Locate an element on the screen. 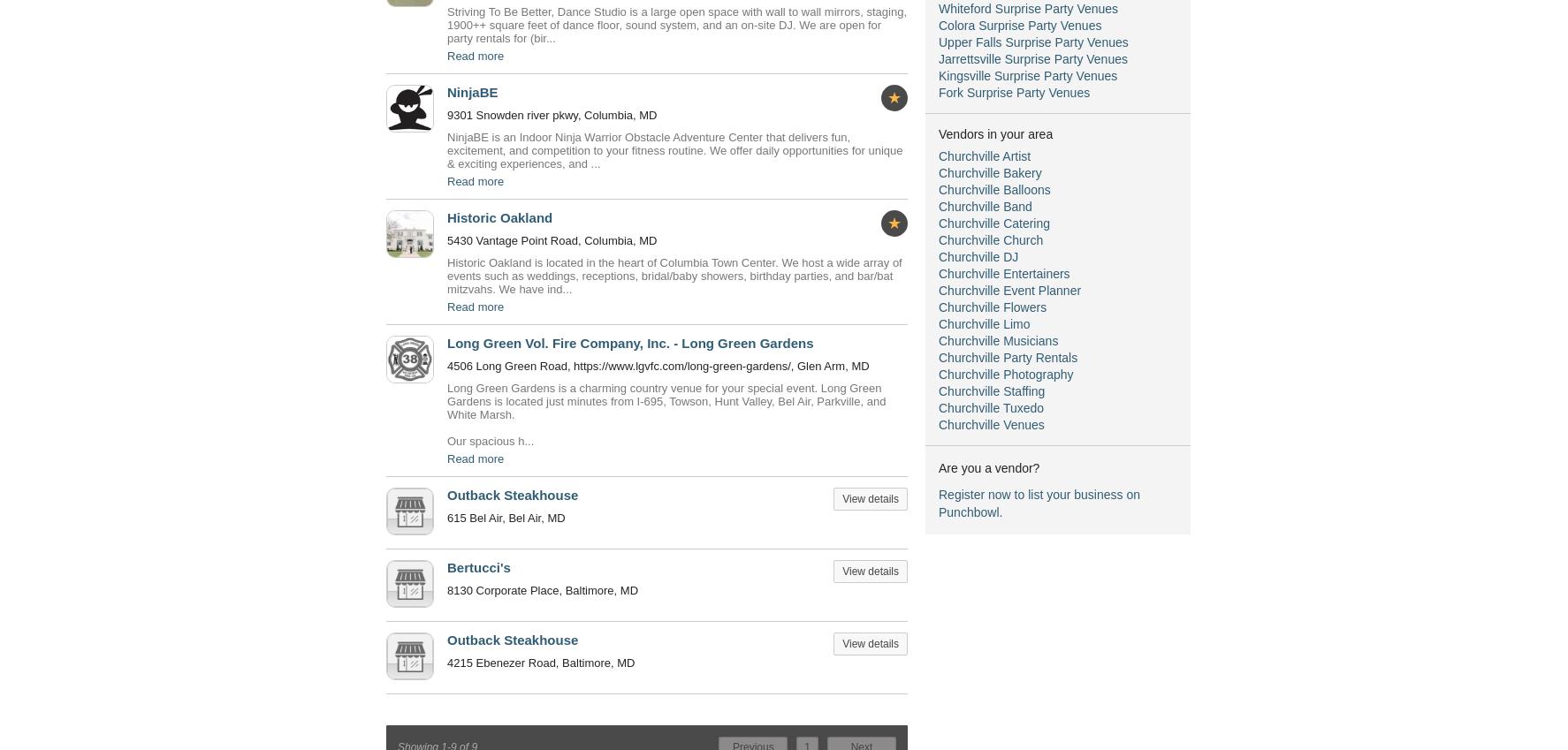 This screenshot has height=750, width=1568. 'Long Green Vol. Fire Company, Inc. - Long Green Gardens' is located at coordinates (628, 342).